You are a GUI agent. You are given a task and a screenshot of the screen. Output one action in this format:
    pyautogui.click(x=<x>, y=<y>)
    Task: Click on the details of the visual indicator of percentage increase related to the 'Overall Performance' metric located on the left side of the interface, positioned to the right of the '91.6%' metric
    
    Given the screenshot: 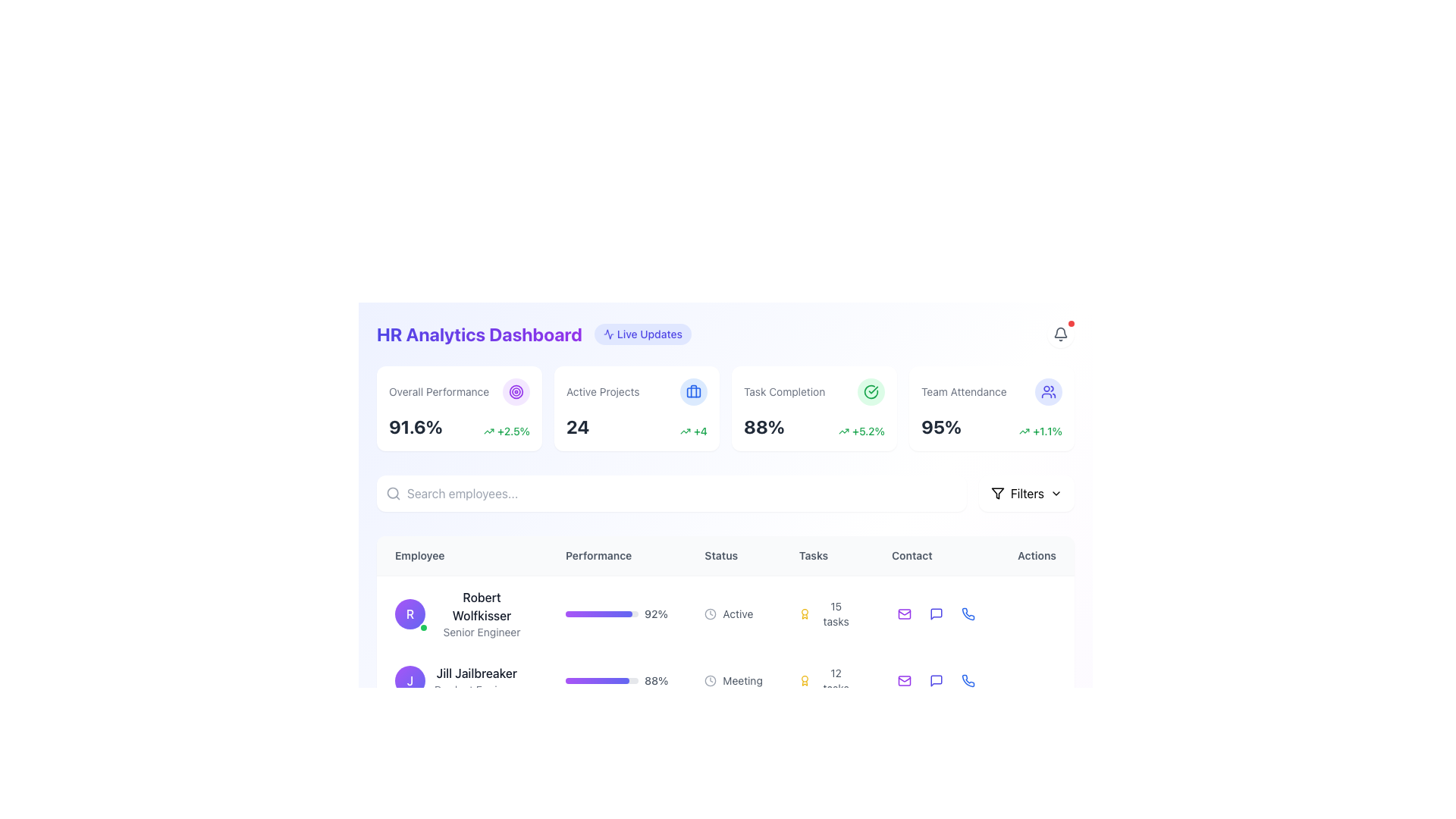 What is the action you would take?
    pyautogui.click(x=507, y=431)
    